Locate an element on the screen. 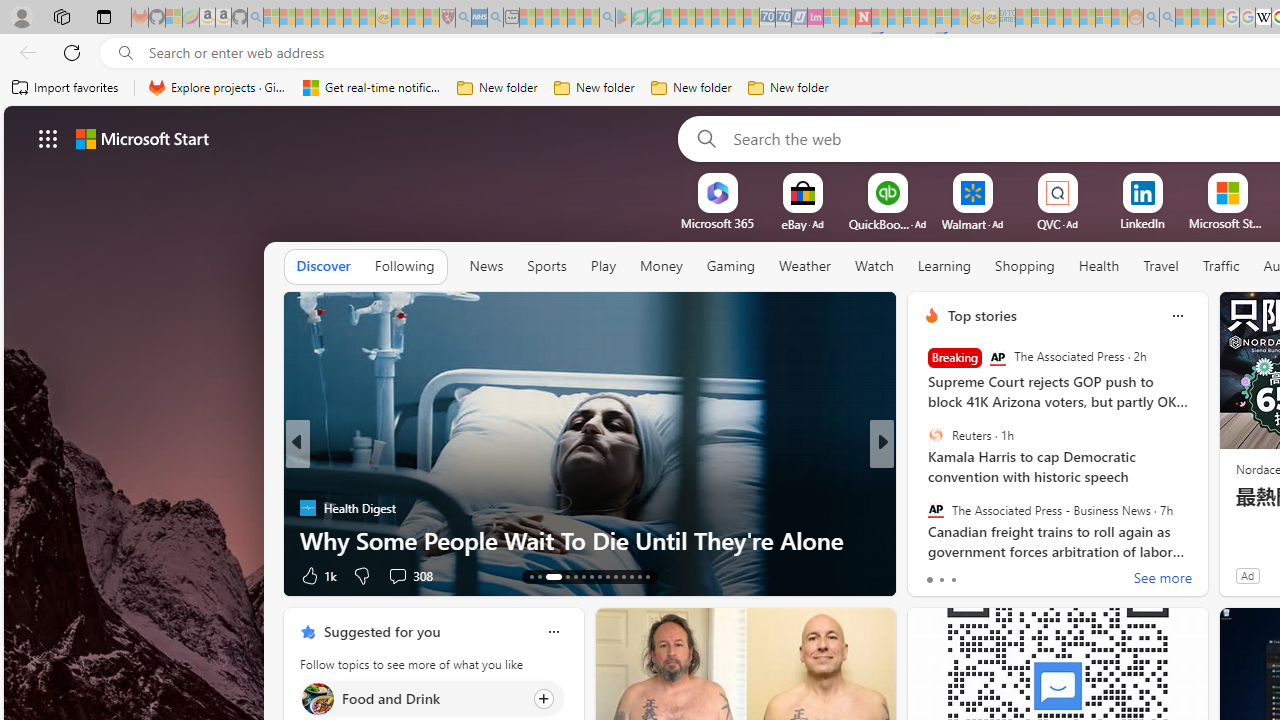  'AutomationID: tab-13' is located at coordinates (531, 577).